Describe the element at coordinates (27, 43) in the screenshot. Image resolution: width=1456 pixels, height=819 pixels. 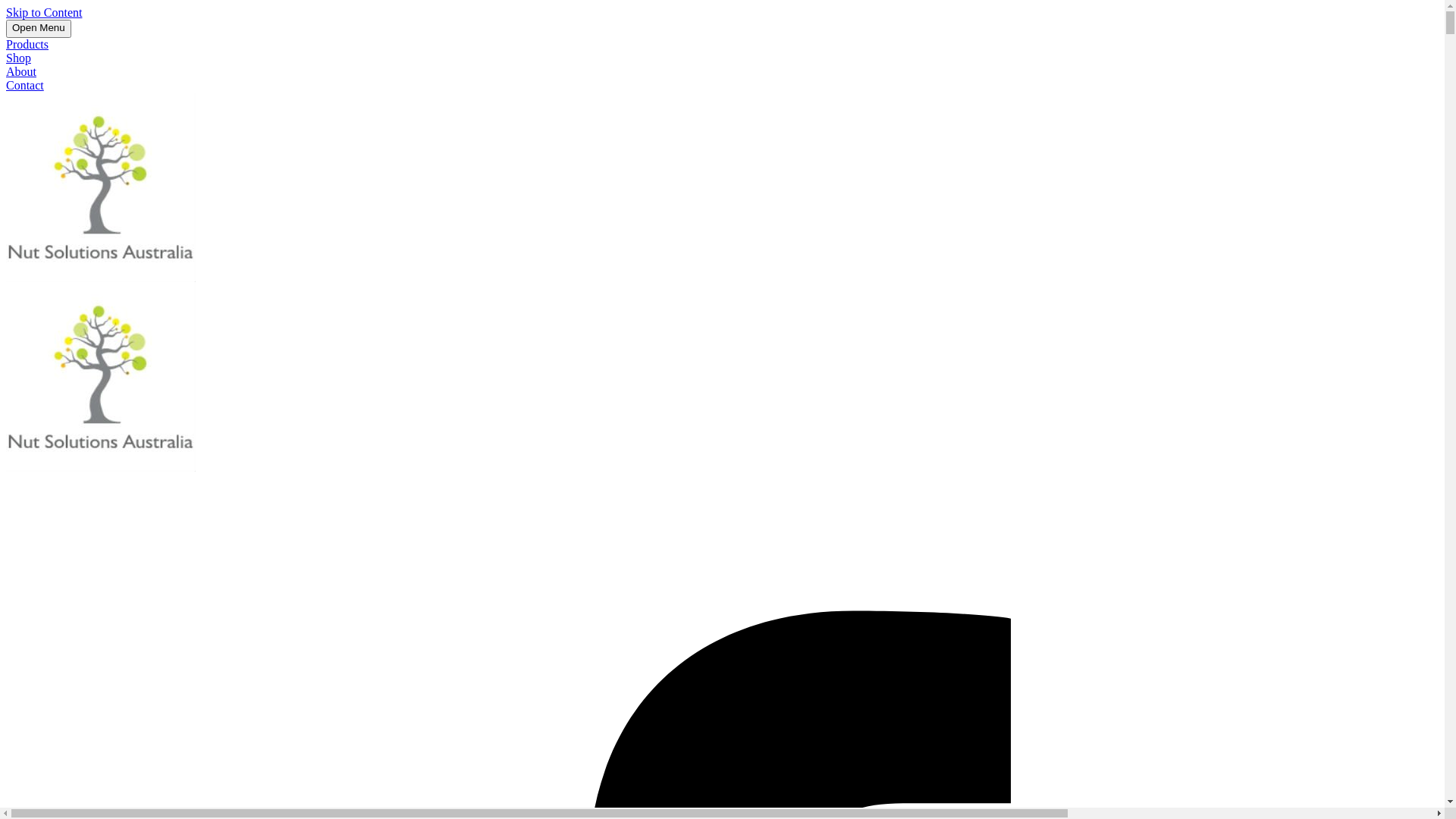
I see `'Products'` at that location.